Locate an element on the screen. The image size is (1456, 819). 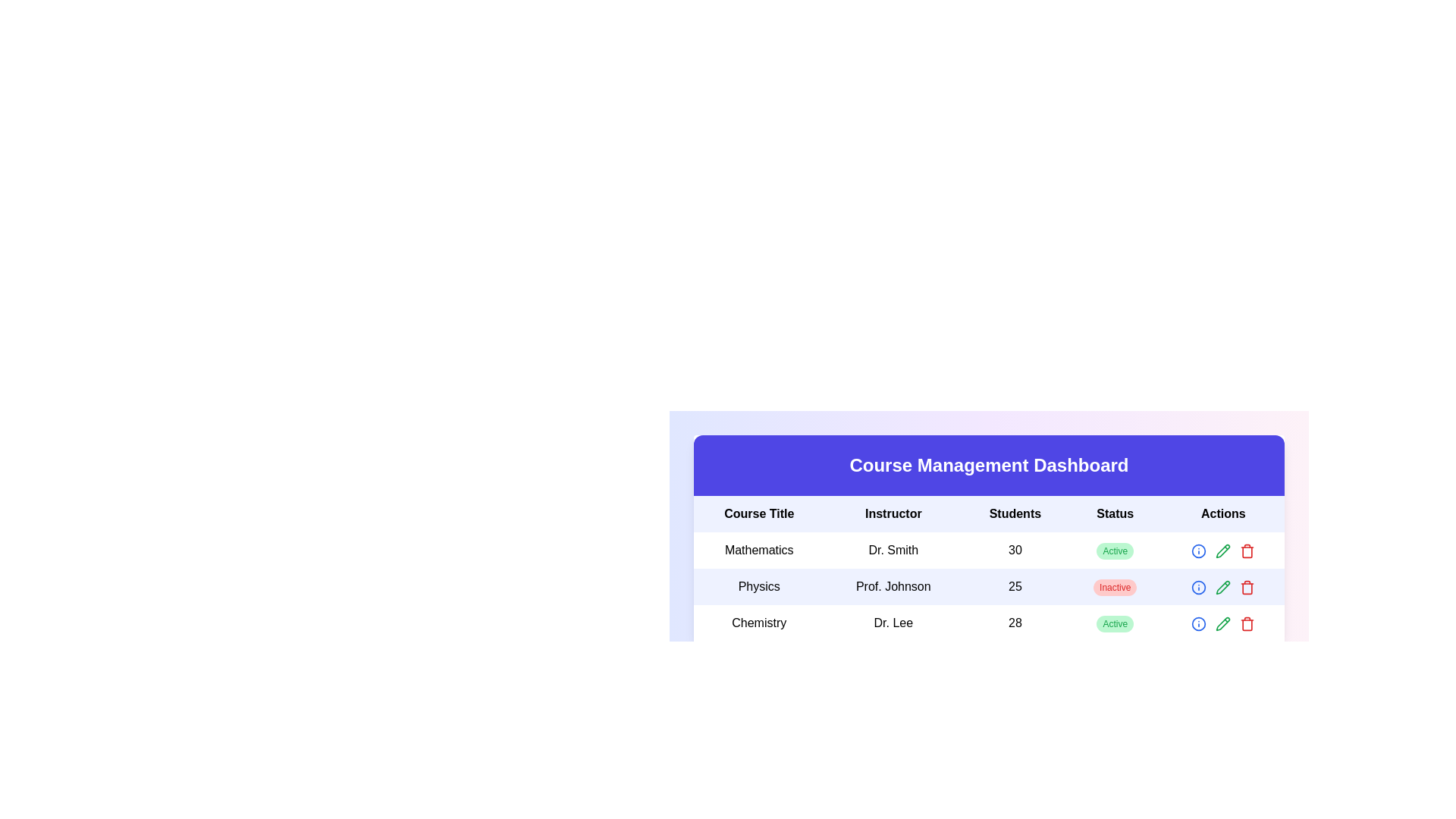
the 'Inactive' badge with a red background and white text located in the 'Status' column of the second row for 'Physics' in the Course Management Dashboard is located at coordinates (1115, 587).